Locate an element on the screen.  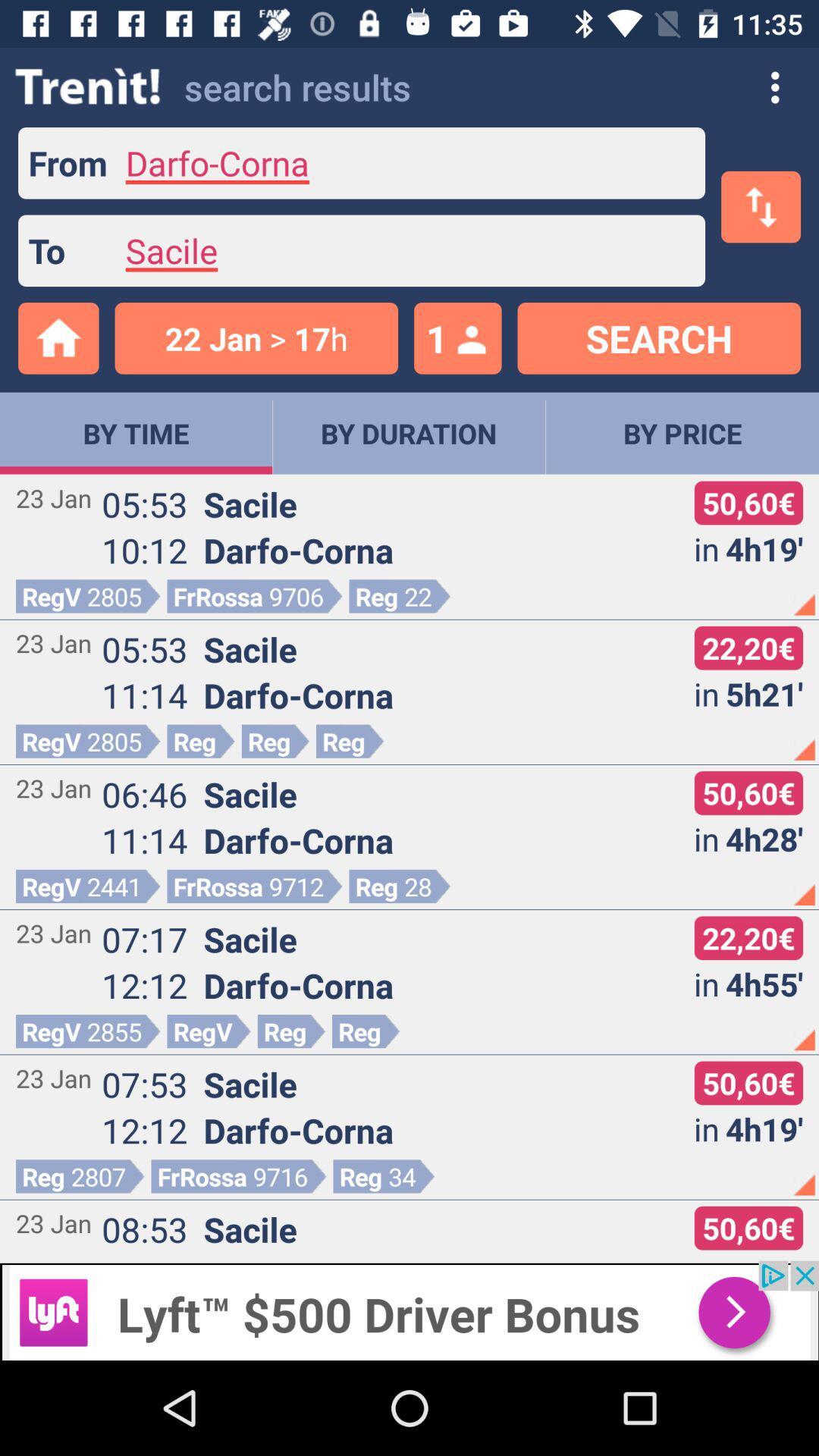
the home icon is located at coordinates (58, 337).